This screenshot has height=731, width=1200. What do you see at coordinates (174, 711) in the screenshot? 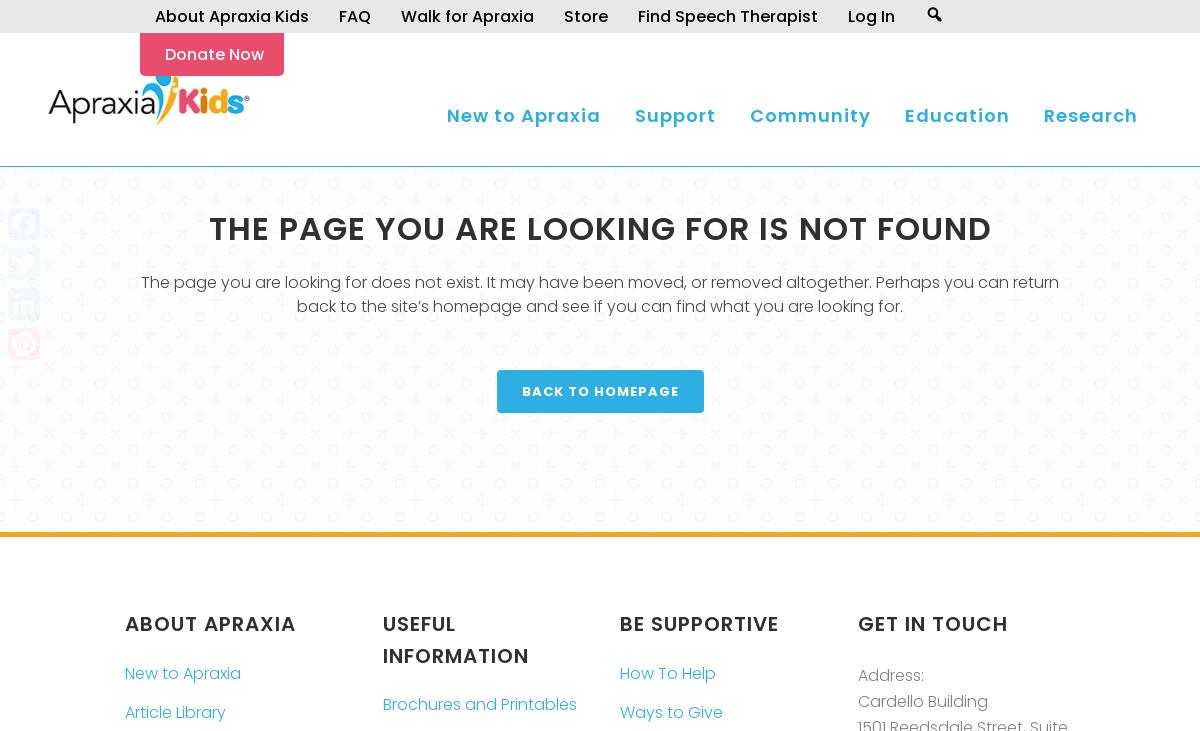
I see `'Article Library'` at bounding box center [174, 711].